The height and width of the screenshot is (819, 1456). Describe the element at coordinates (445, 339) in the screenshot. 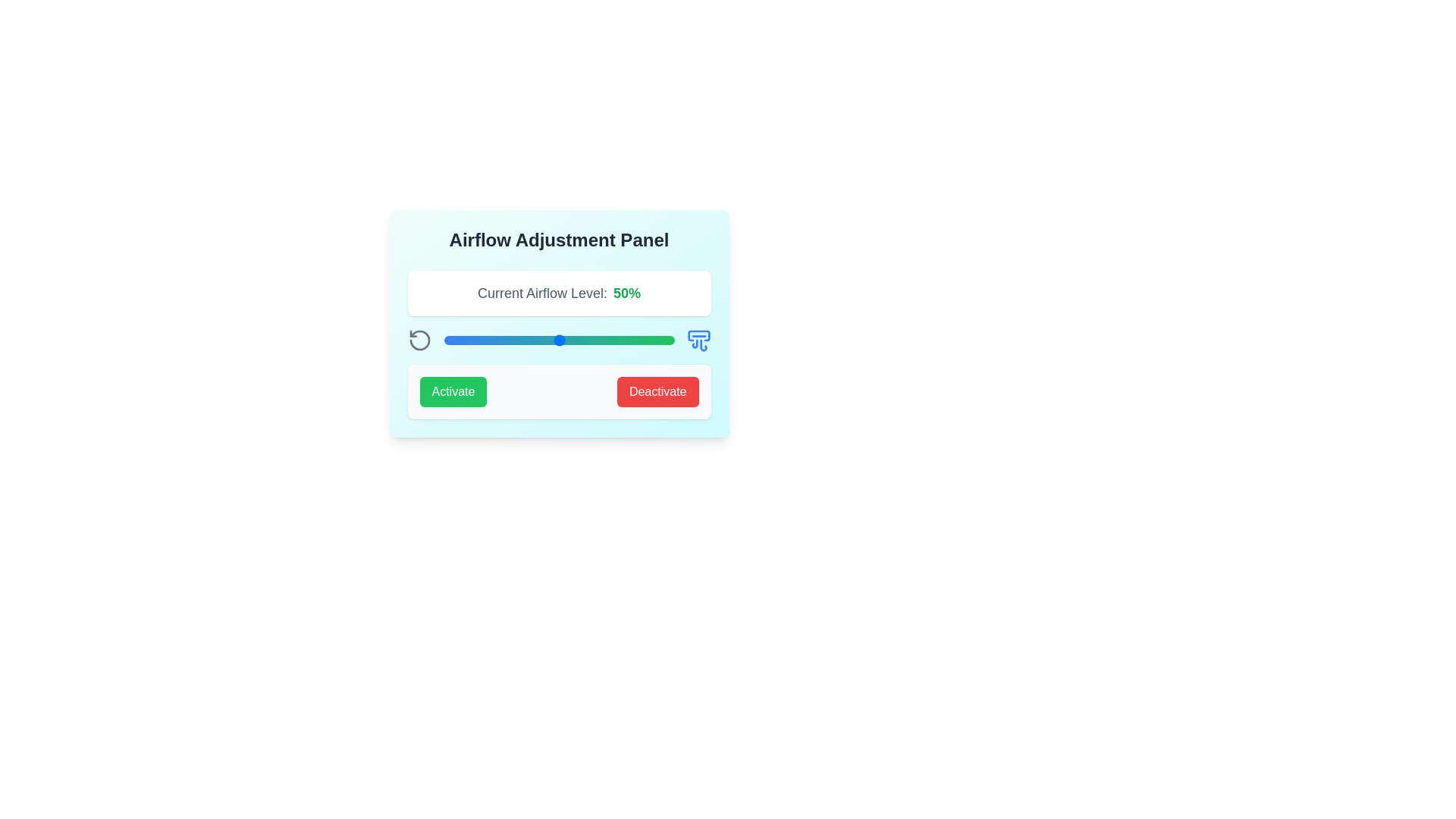

I see `the airflow level to 1% by moving the slider` at that location.